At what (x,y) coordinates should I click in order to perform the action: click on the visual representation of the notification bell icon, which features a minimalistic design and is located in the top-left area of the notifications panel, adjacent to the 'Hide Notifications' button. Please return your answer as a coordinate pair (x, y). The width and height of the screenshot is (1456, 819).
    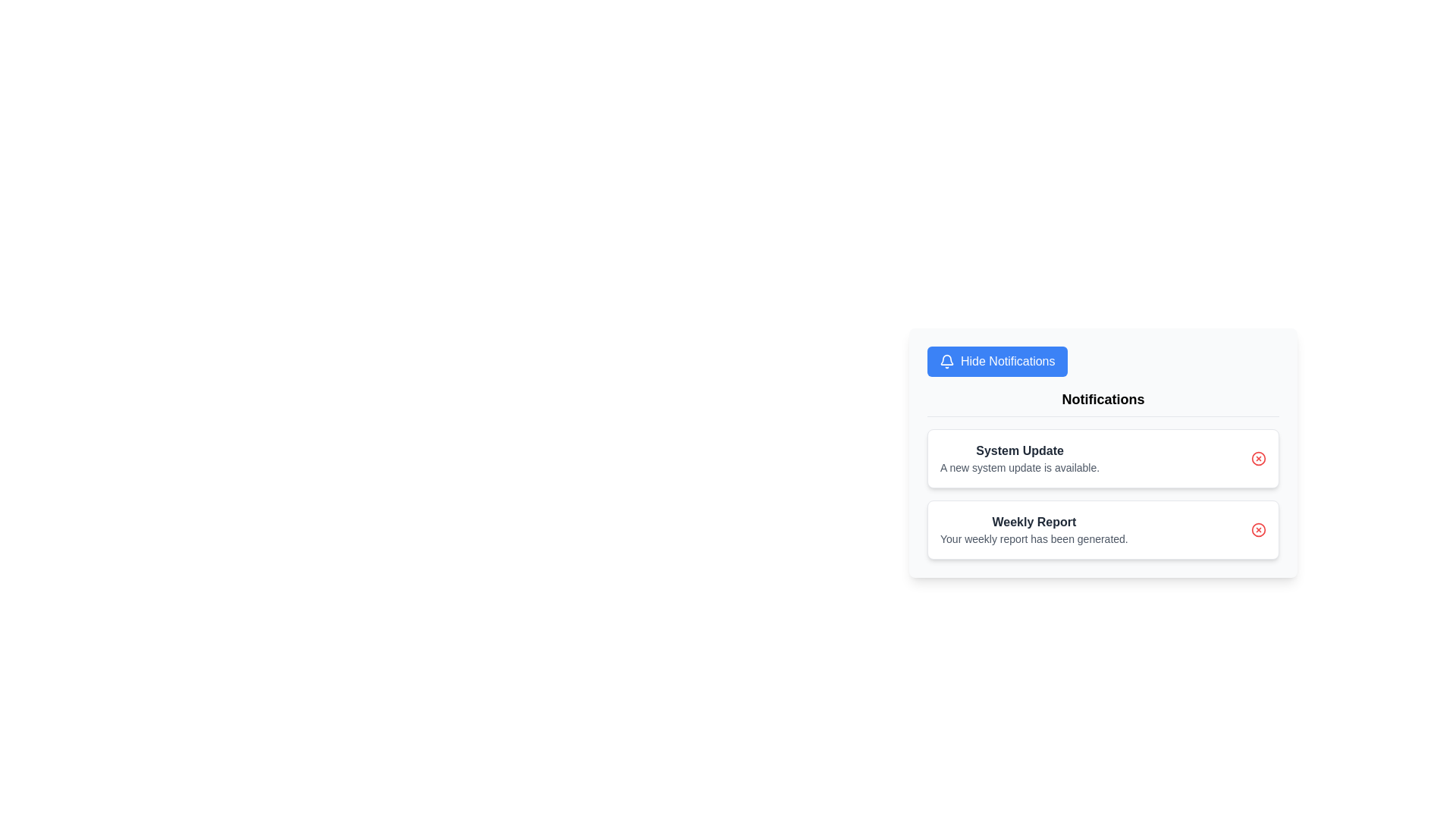
    Looking at the image, I should click on (946, 359).